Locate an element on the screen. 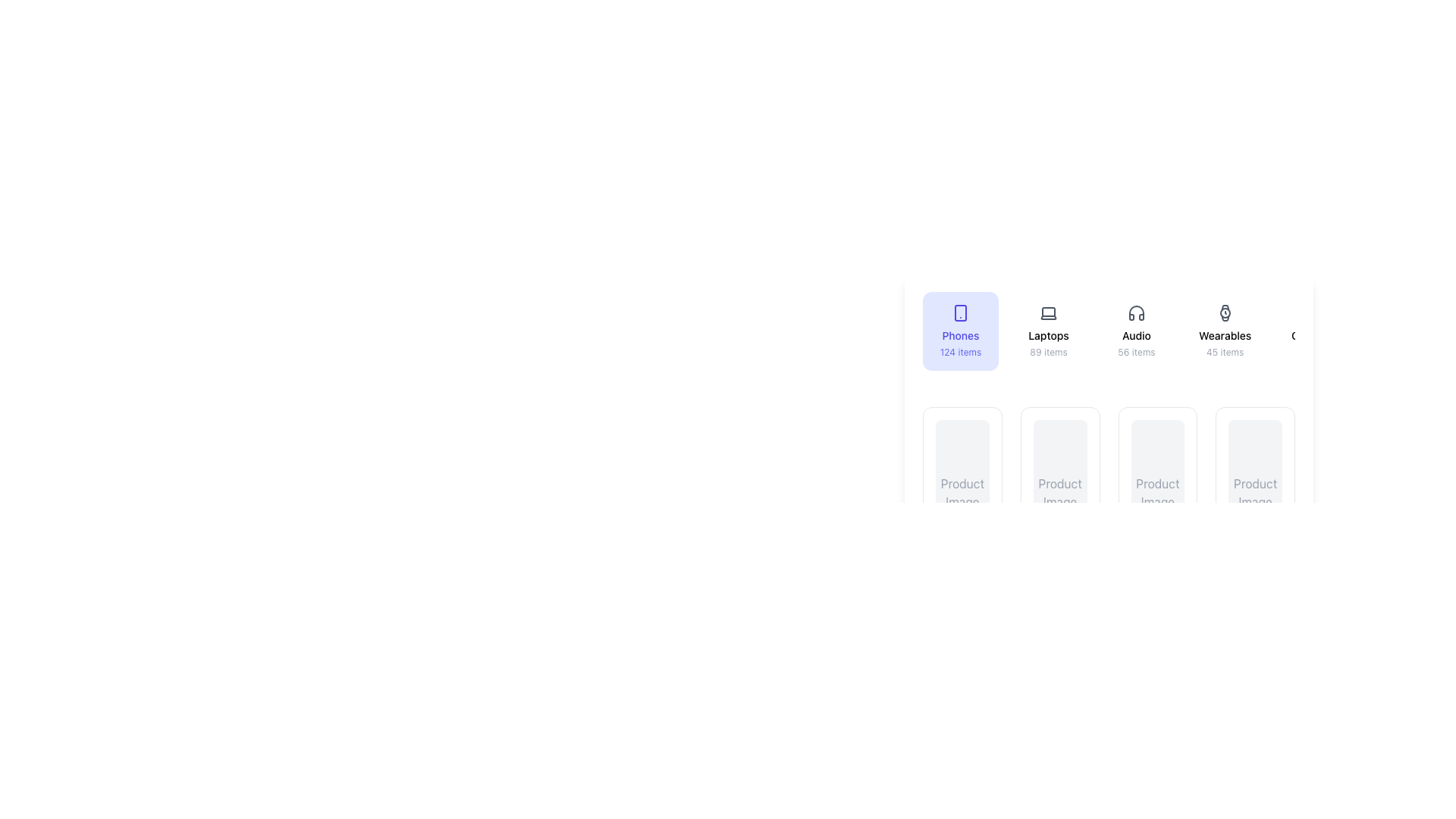 The width and height of the screenshot is (1456, 819). the 'Laptops' text label, which is styled as a secondary label beneath a laptop icon and above another label displaying '89 items'. It is located in the second category from the left in the top row of categories is located at coordinates (1047, 335).